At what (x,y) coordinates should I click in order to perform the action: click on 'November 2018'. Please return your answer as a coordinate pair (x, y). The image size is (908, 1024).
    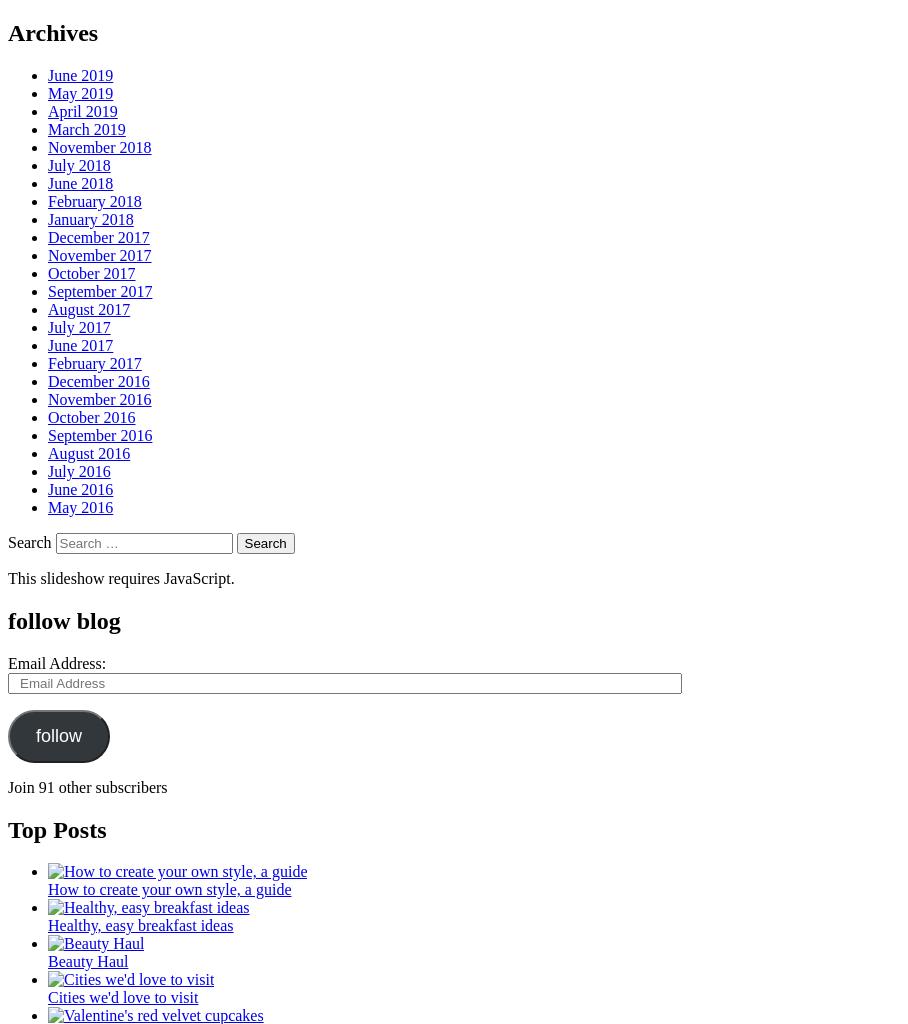
    Looking at the image, I should click on (98, 145).